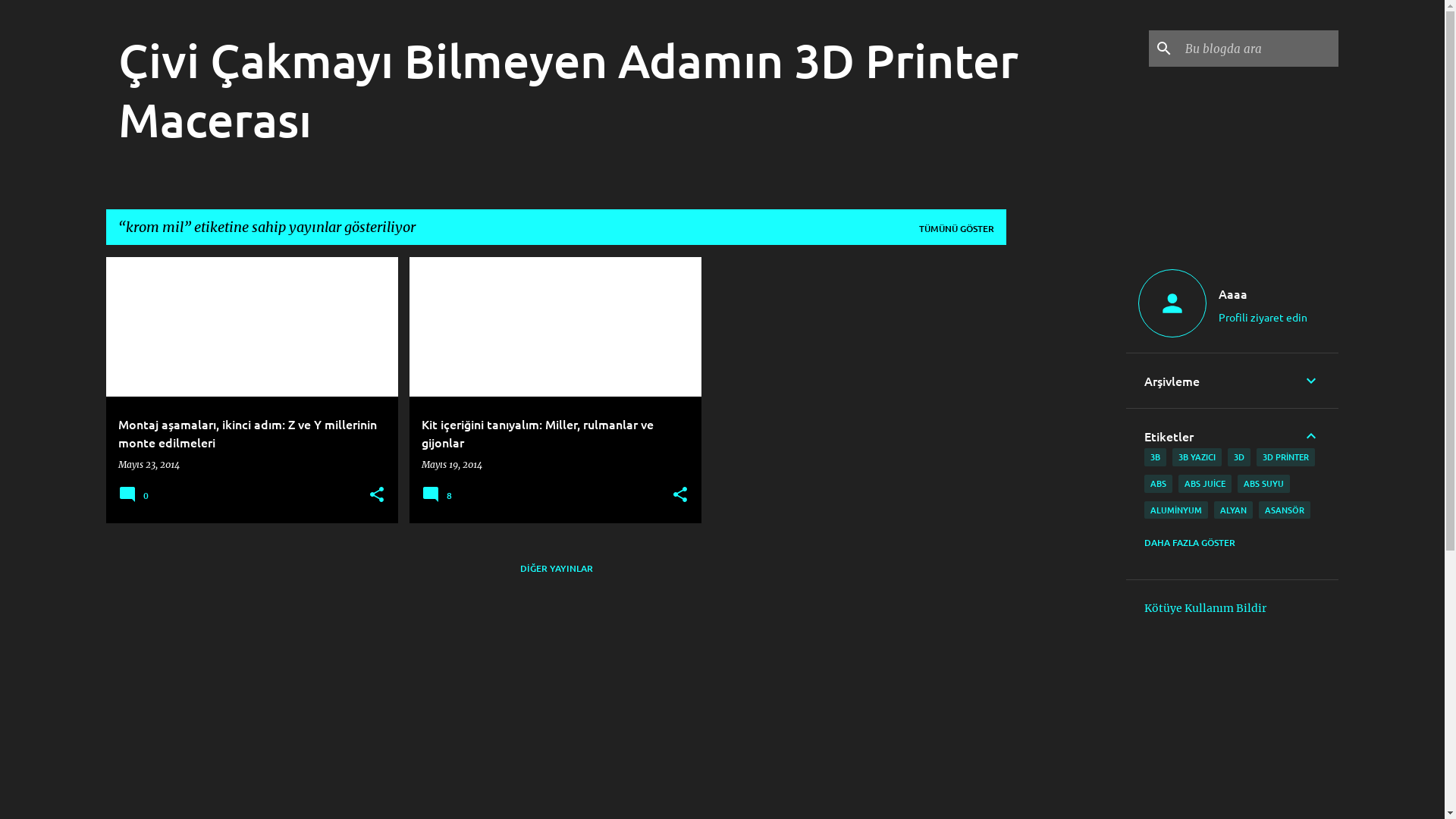 The image size is (1456, 819). I want to click on '3B', so click(1154, 456).